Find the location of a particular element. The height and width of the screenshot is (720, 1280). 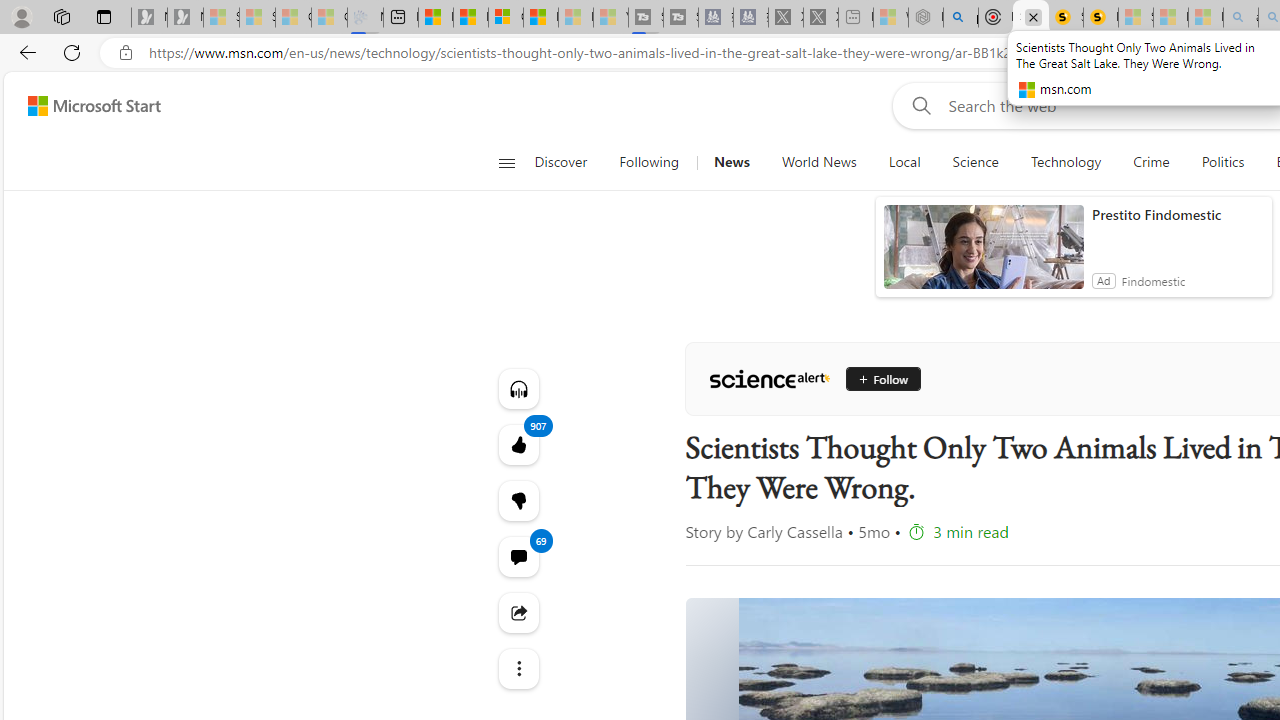

'Michelle Starr, Senior Journalist at ScienceAlert' is located at coordinates (1099, 17).